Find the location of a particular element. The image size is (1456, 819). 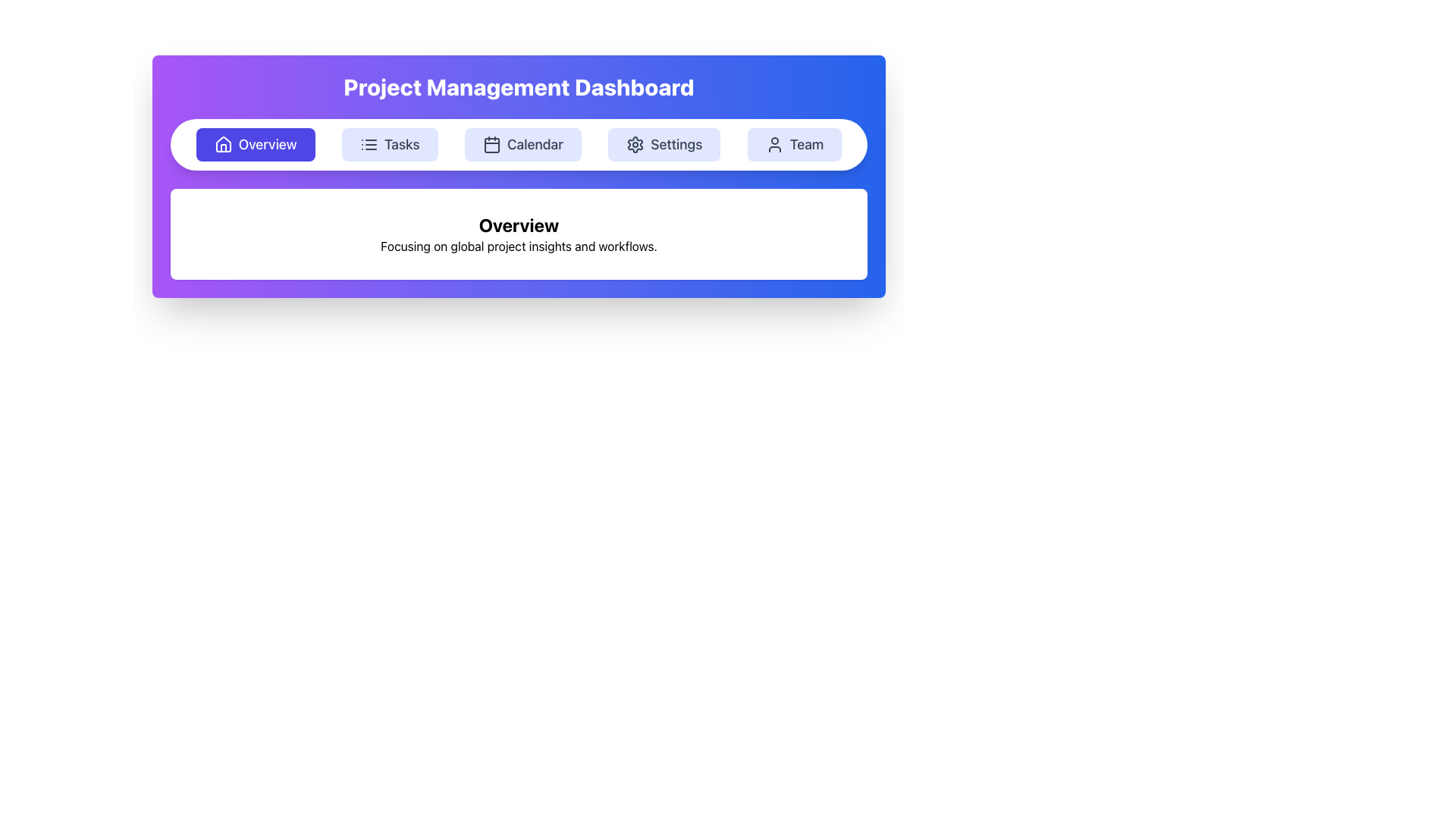

the calendar icon button located in the navigation bar, which is labeled 'Calendar' is located at coordinates (491, 145).